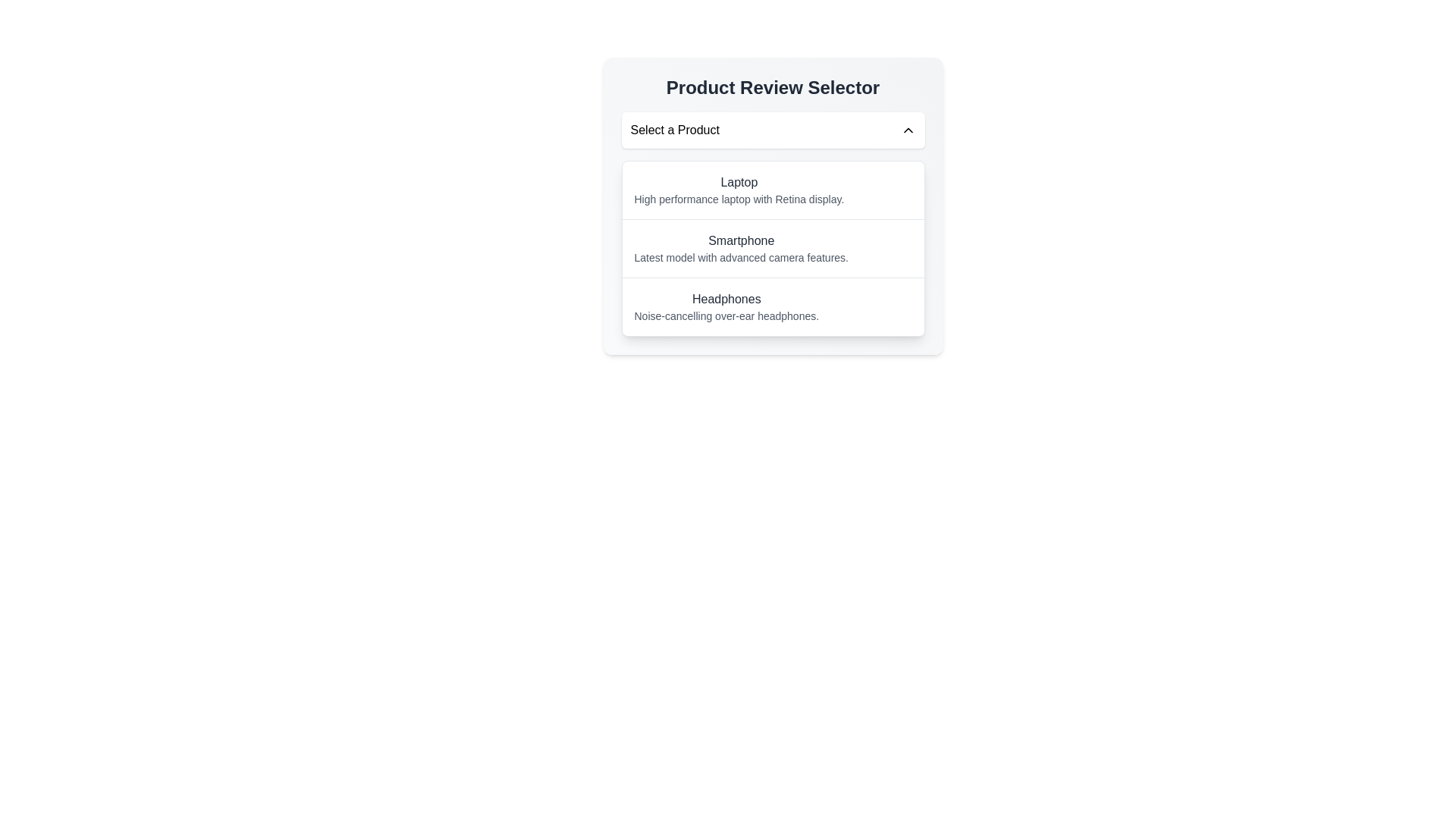 This screenshot has height=819, width=1456. I want to click on the list item labeled 'Smartphone' which displays the description 'Latest model with advanced camera features.' This item is the second option in the 'Product Review Selector' group, so click(773, 247).